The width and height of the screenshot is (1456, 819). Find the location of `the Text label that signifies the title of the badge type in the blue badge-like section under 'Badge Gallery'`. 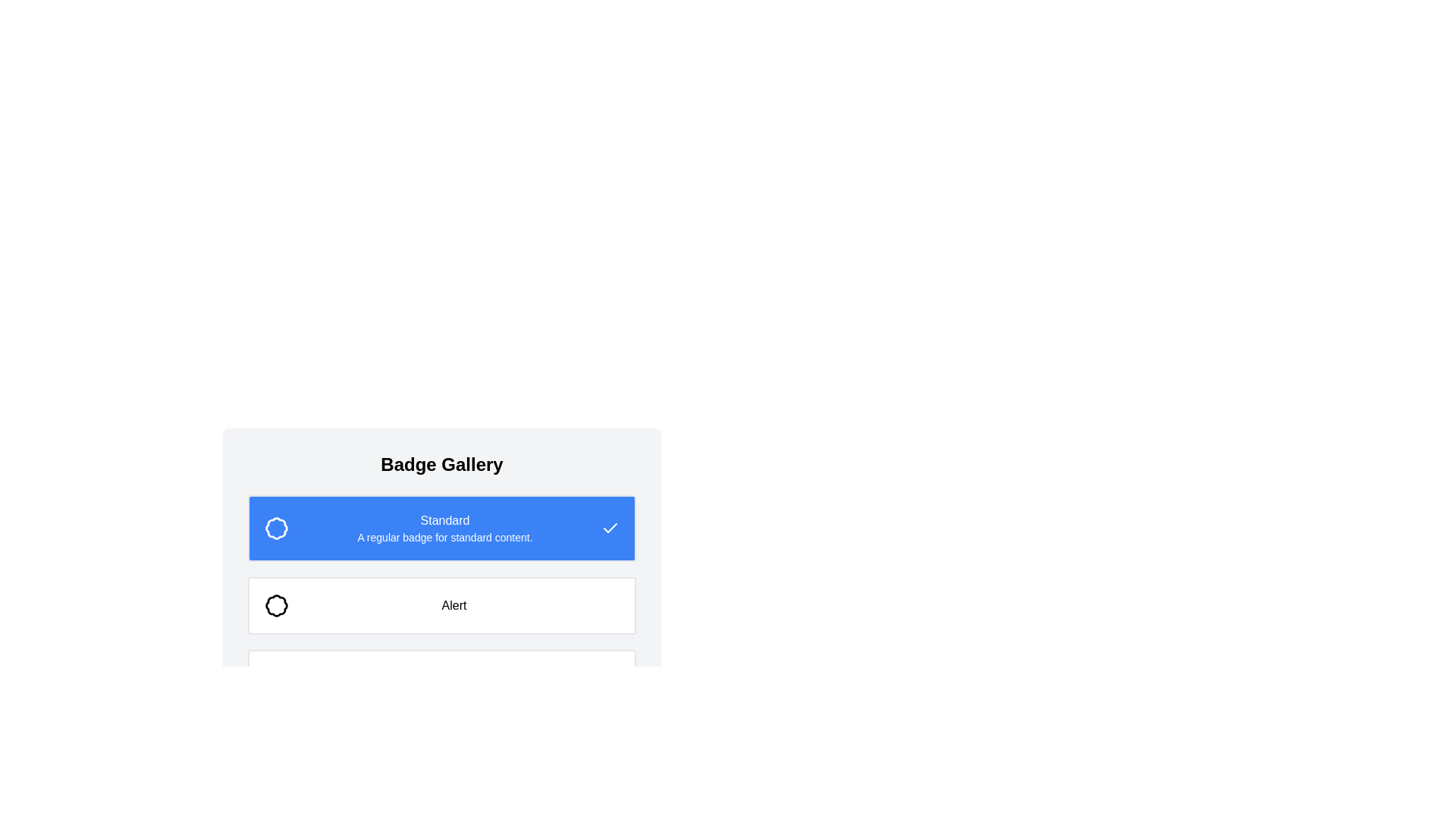

the Text label that signifies the title of the badge type in the blue badge-like section under 'Badge Gallery' is located at coordinates (444, 519).